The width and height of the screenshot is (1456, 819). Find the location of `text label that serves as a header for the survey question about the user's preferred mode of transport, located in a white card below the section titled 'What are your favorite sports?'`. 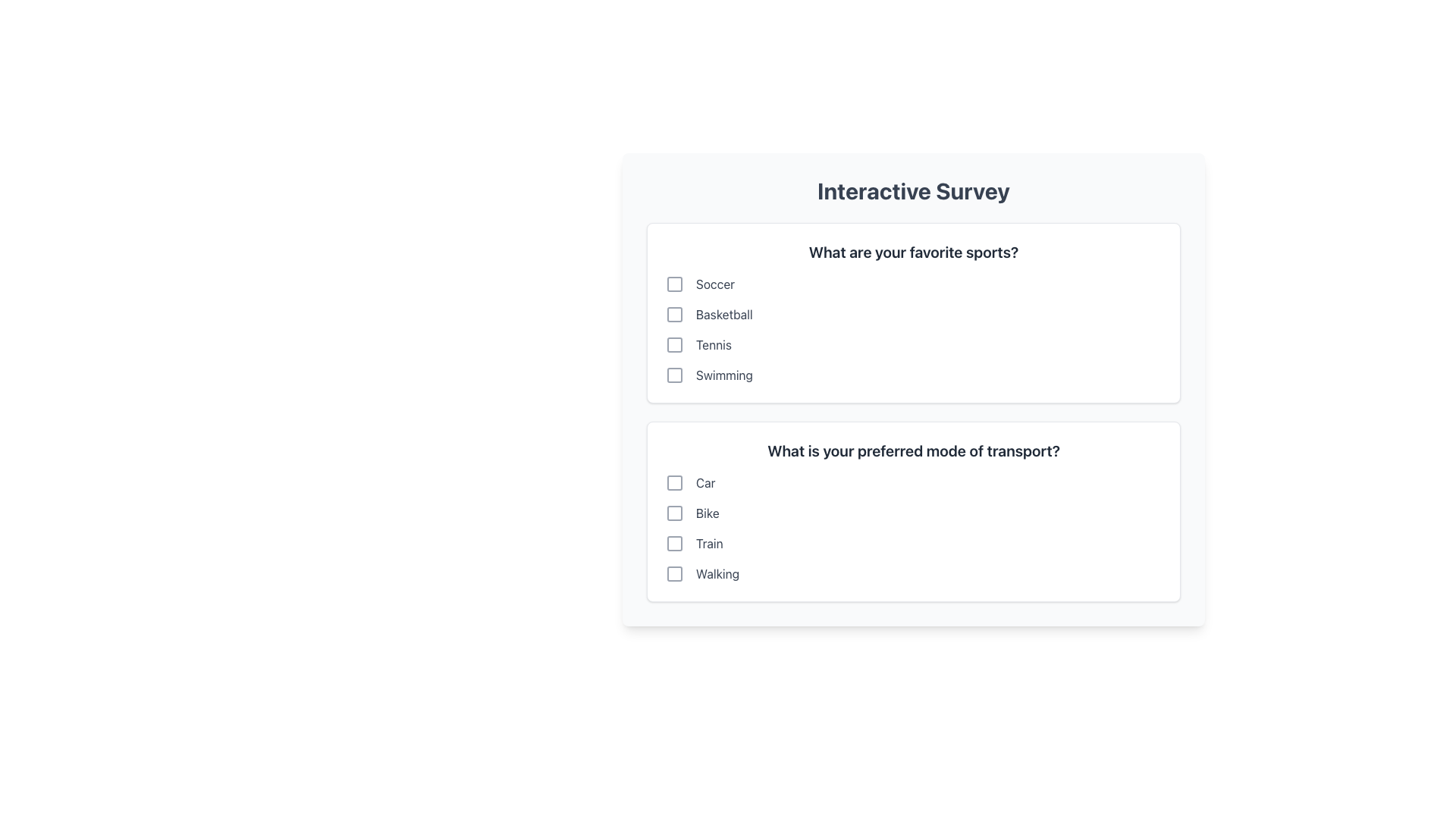

text label that serves as a header for the survey question about the user's preferred mode of transport, located in a white card below the section titled 'What are your favorite sports?' is located at coordinates (912, 450).